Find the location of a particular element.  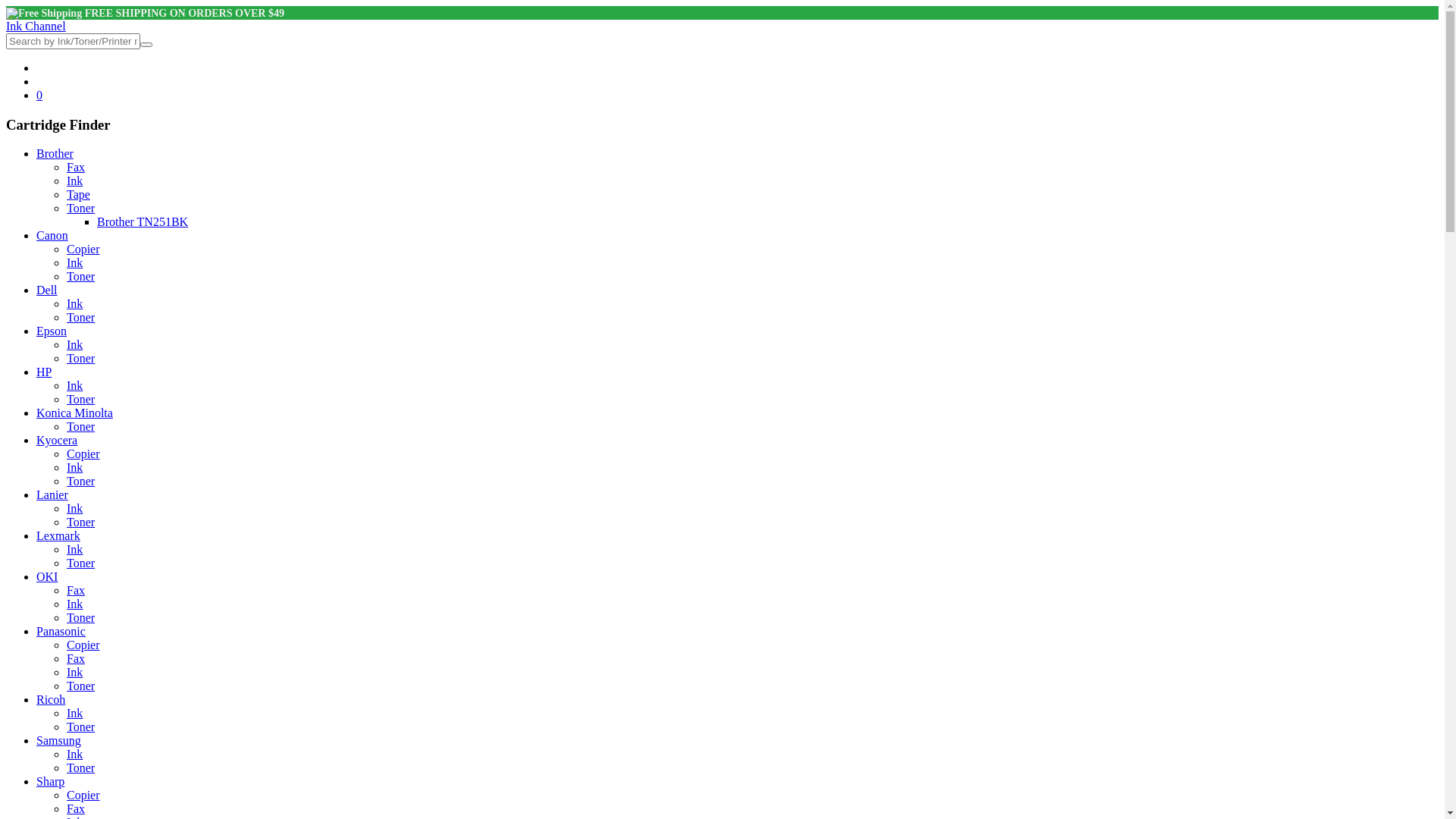

'0' is located at coordinates (39, 95).